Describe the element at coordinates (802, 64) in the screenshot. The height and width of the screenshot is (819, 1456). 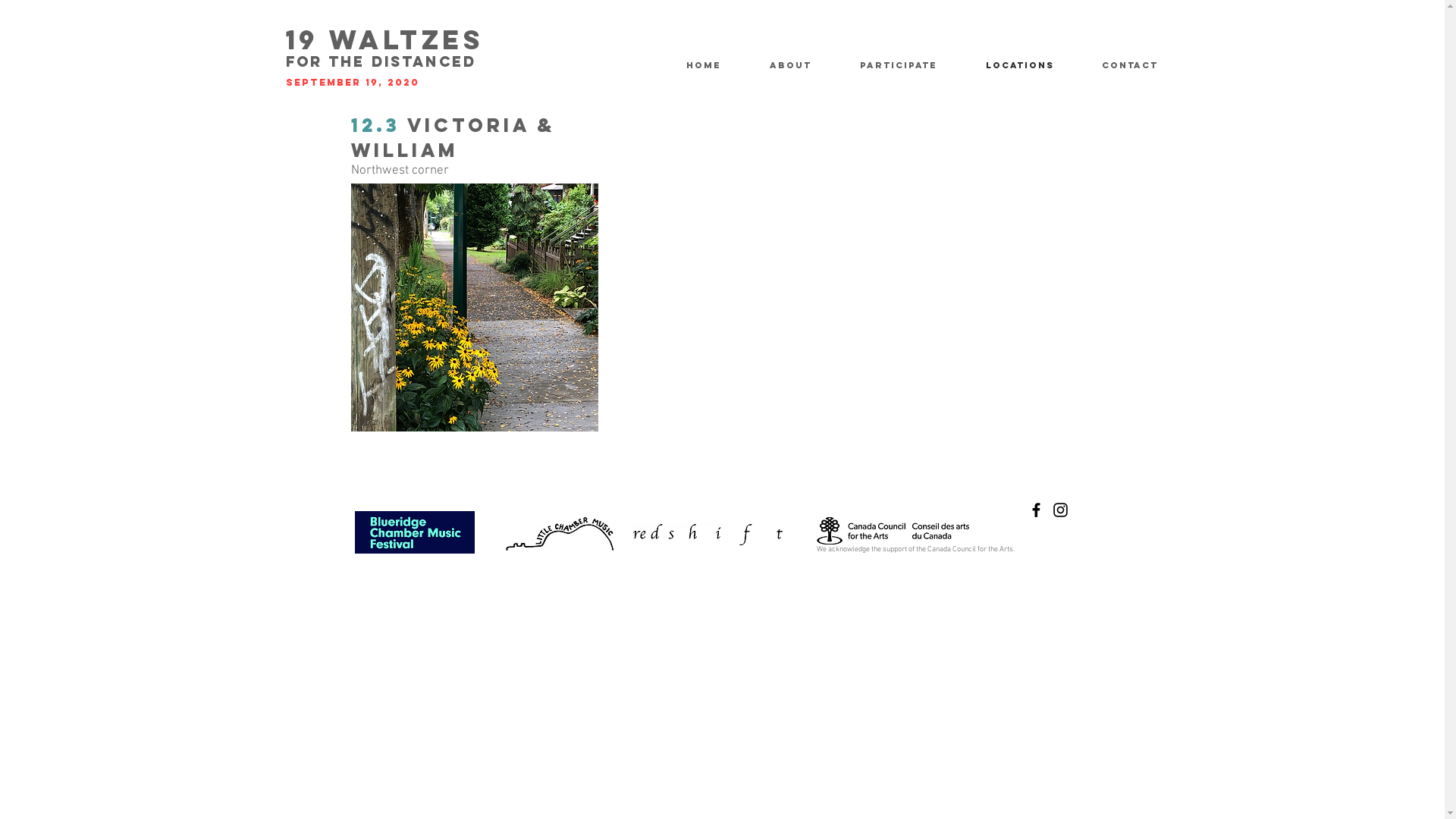
I see `'About'` at that location.